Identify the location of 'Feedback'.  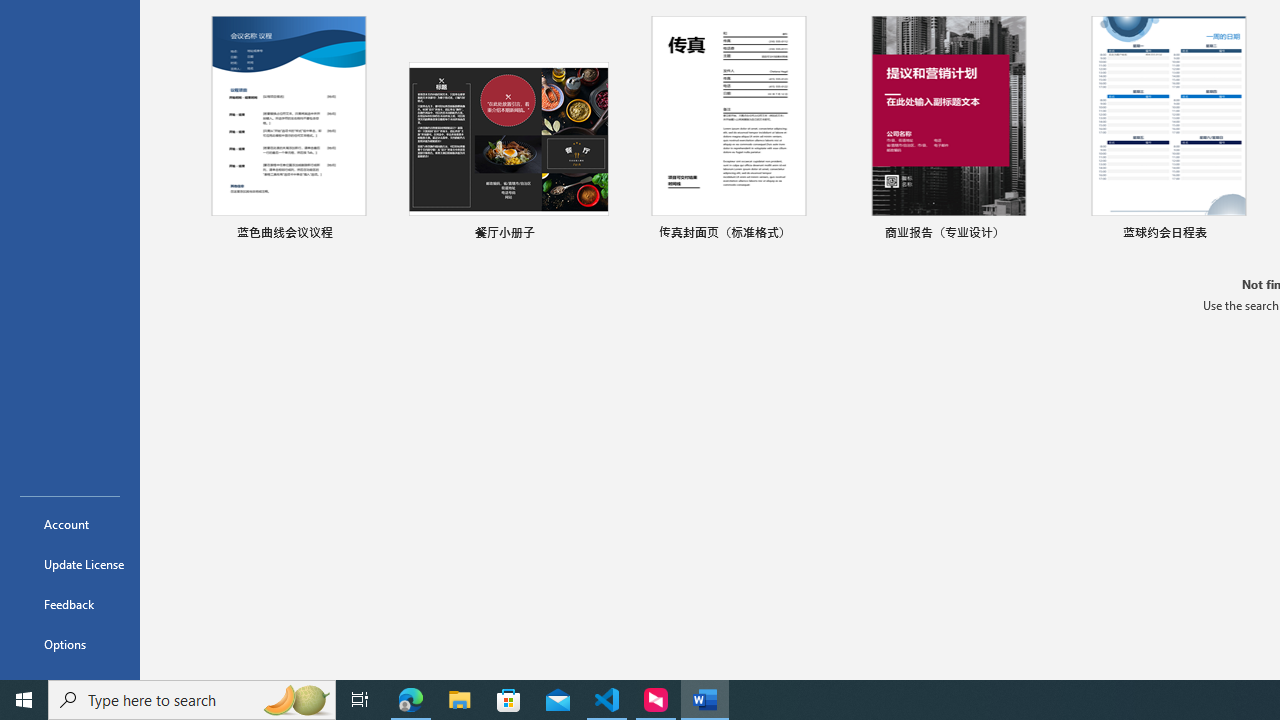
(69, 603).